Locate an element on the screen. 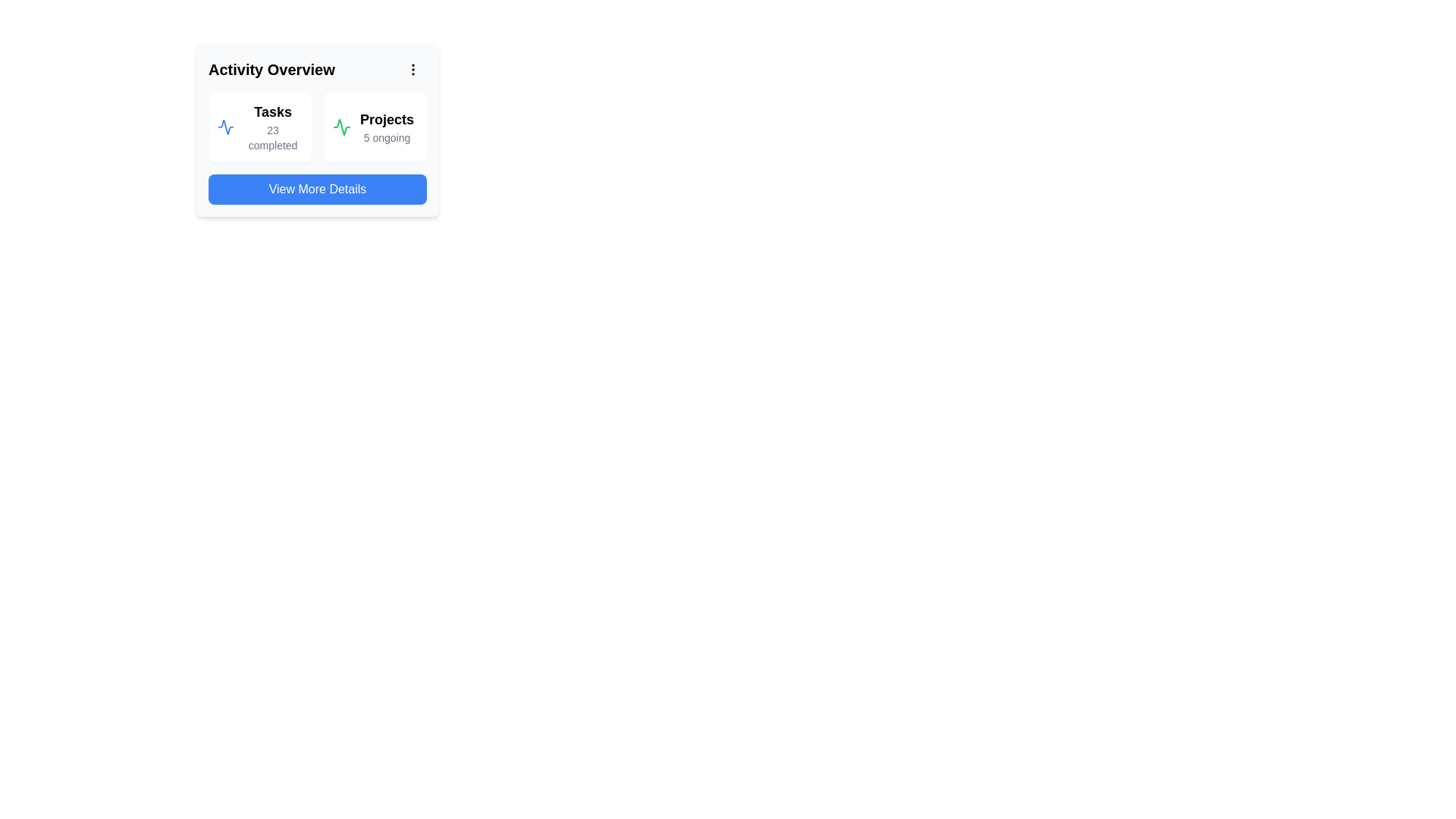  the Text header that serves as a title for the section summarizing user activities, located at the top of the card-like layout is located at coordinates (316, 70).